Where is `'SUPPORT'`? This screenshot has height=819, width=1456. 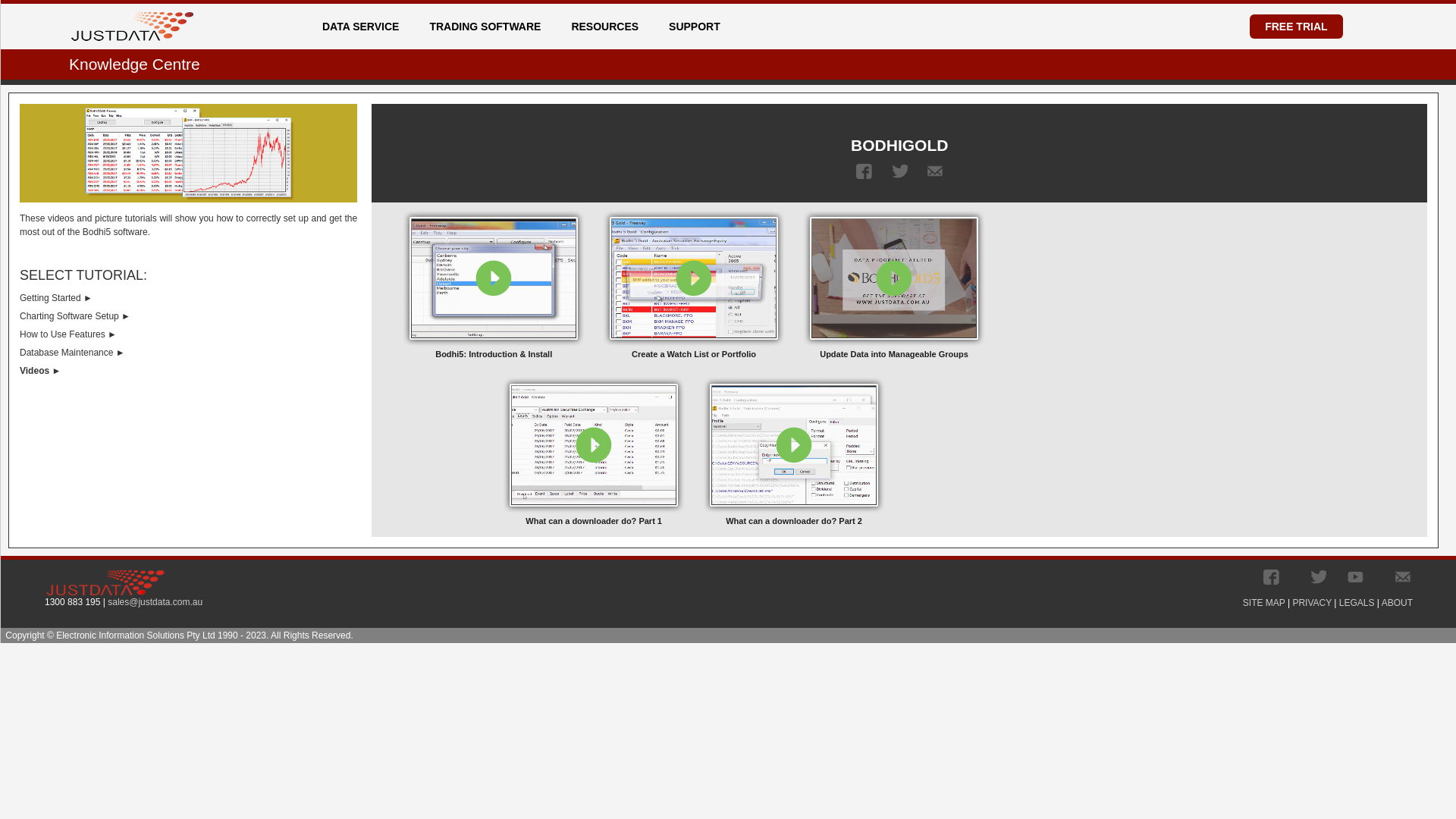 'SUPPORT' is located at coordinates (698, 26).